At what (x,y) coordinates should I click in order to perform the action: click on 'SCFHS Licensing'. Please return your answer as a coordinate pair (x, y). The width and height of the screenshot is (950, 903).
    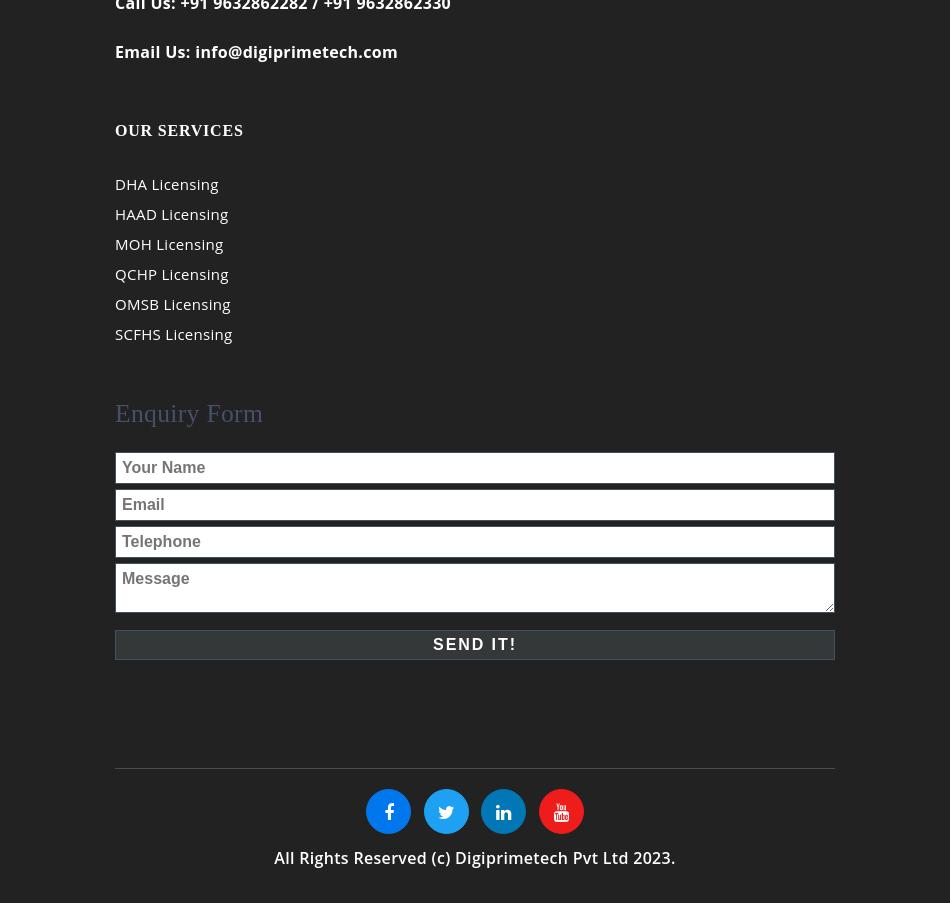
    Looking at the image, I should click on (173, 346).